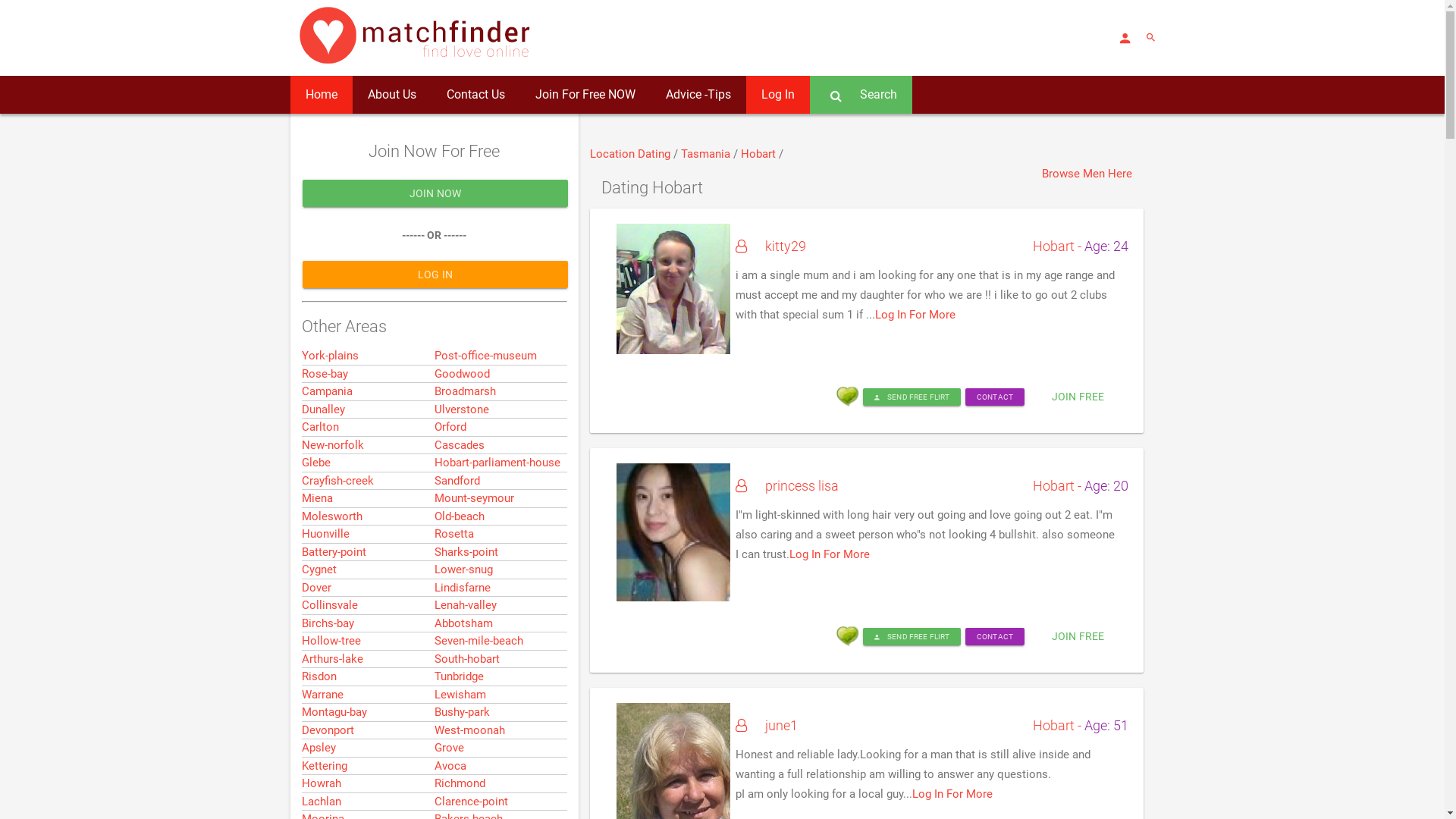 This screenshot has width=1456, height=819. I want to click on 'Grove', so click(447, 747).